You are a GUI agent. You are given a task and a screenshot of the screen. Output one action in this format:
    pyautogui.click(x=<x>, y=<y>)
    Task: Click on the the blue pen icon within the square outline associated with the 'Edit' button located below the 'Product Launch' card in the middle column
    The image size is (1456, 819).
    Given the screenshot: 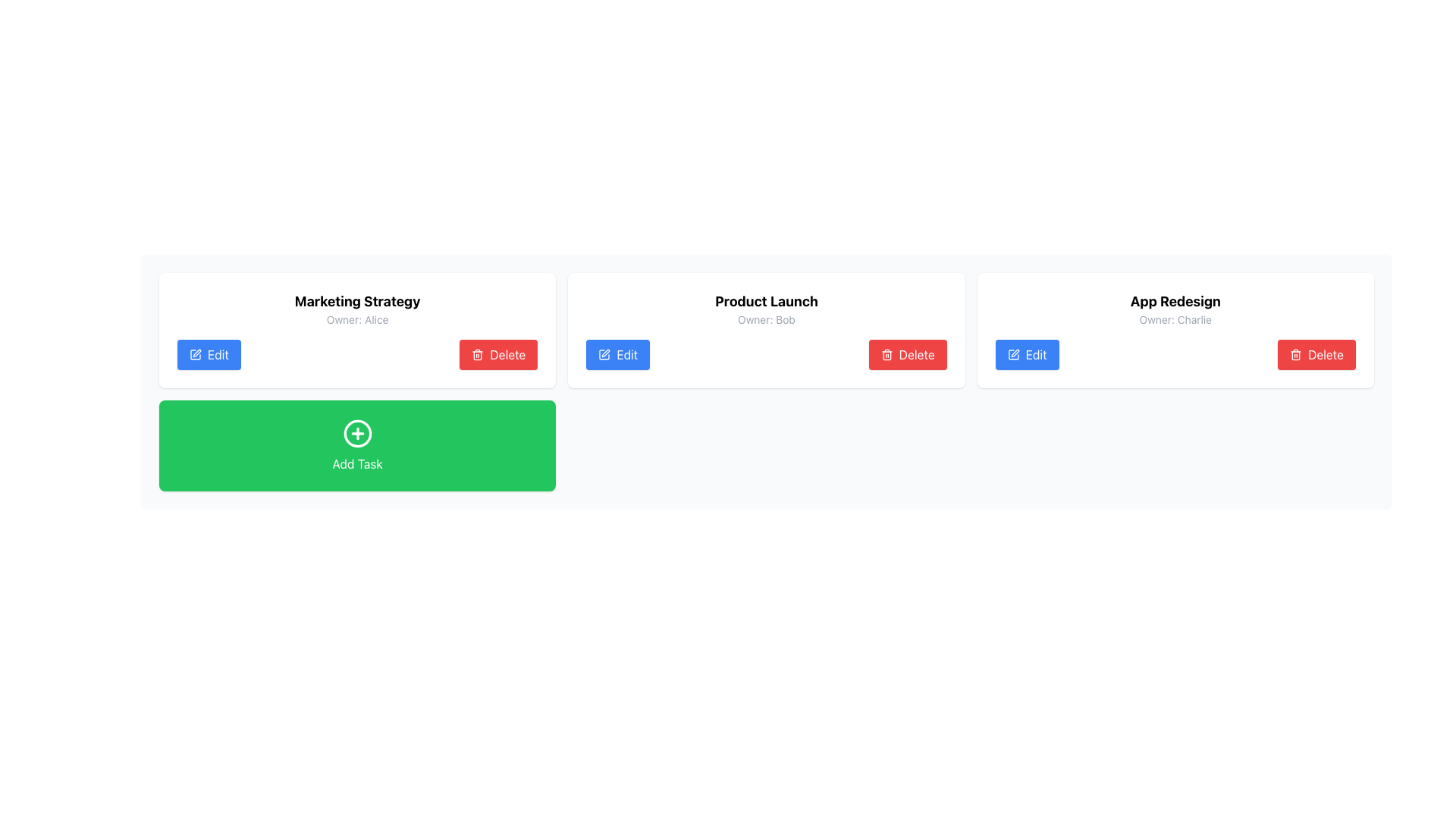 What is the action you would take?
    pyautogui.click(x=604, y=354)
    